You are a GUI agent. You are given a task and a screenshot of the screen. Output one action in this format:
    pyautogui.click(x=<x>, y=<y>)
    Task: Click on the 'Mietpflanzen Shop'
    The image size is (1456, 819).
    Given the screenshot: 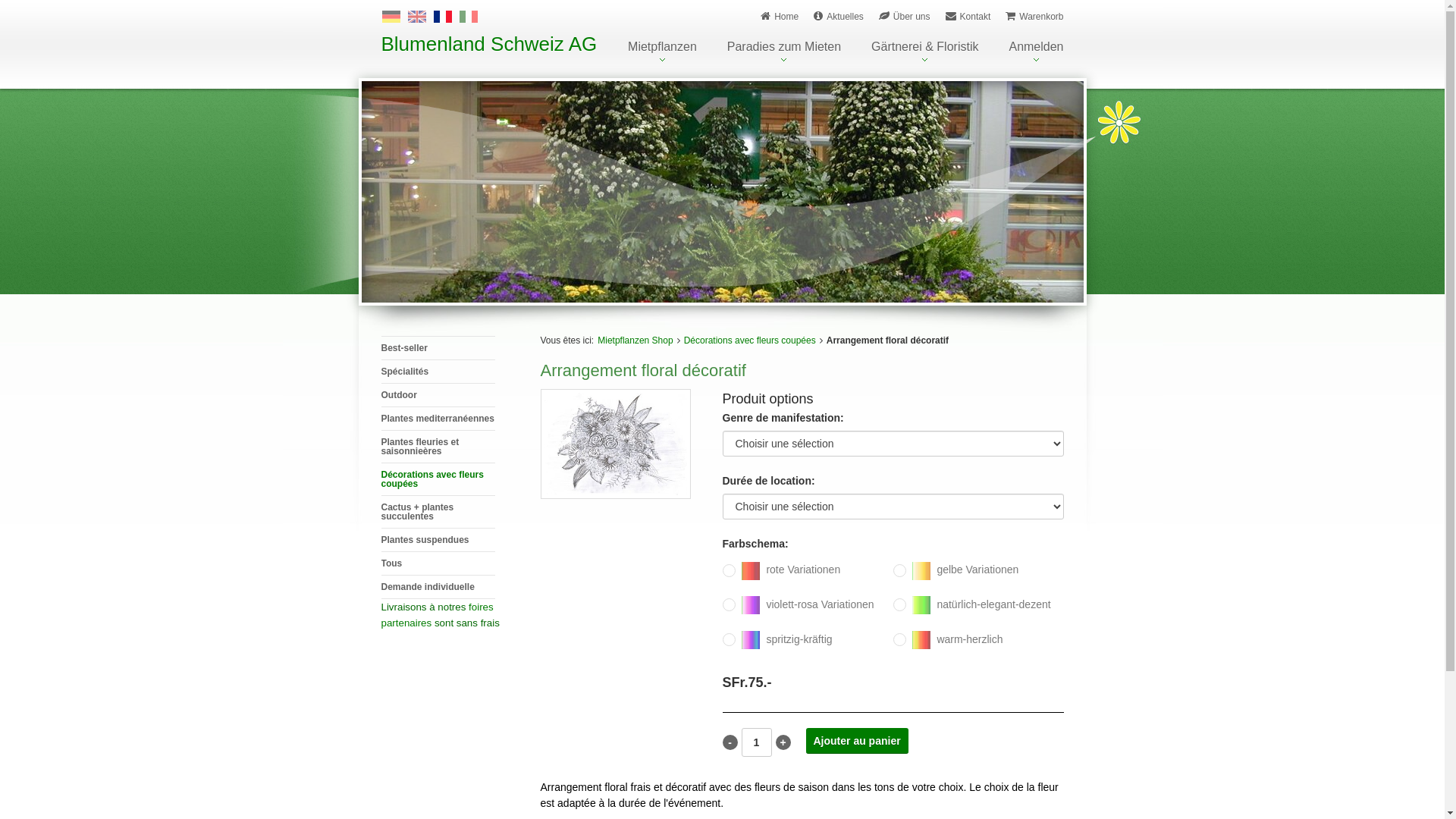 What is the action you would take?
    pyautogui.click(x=635, y=339)
    